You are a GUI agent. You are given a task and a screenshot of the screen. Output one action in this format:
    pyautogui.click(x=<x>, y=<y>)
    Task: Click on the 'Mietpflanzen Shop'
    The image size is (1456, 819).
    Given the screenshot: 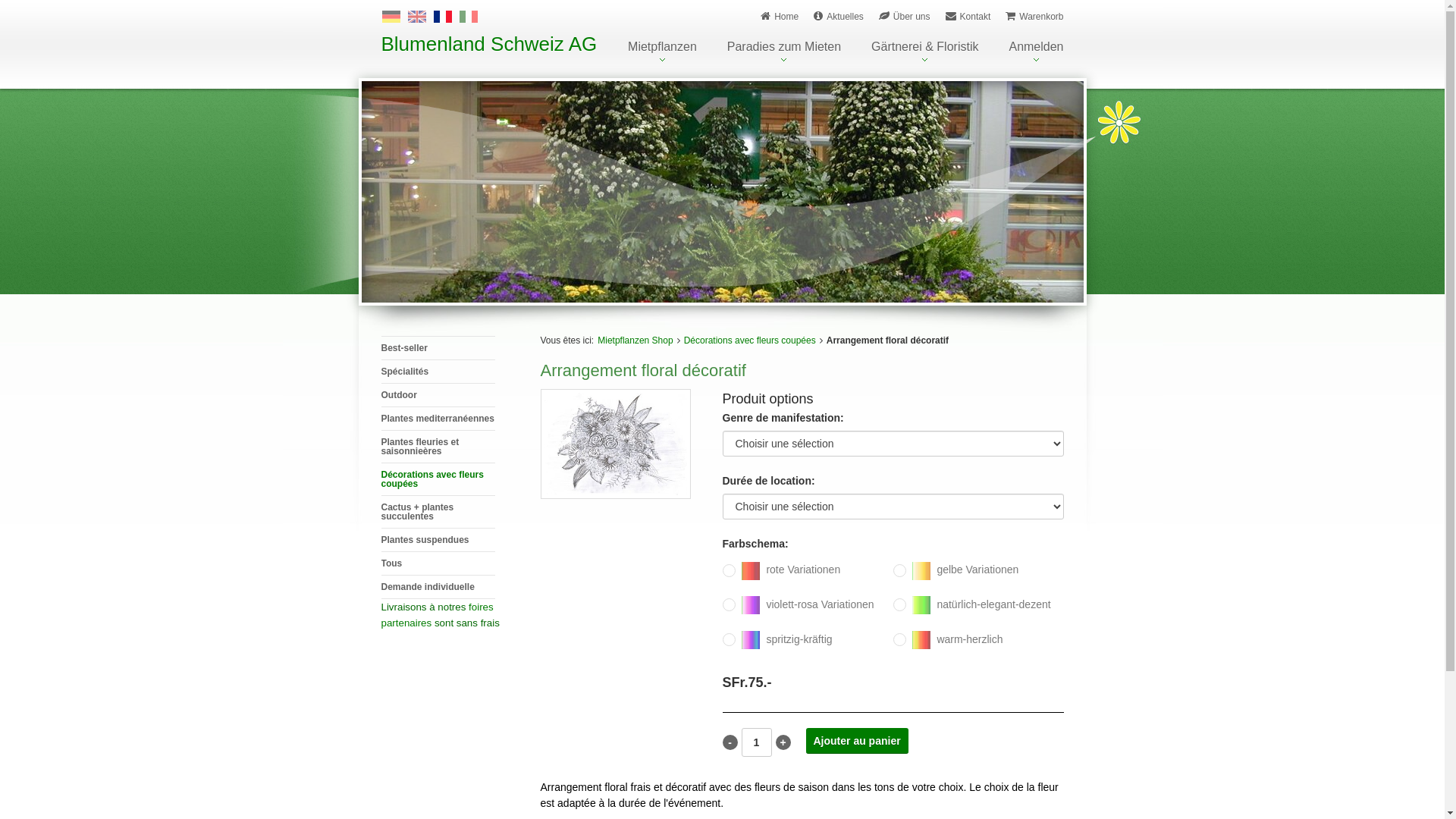 What is the action you would take?
    pyautogui.click(x=635, y=339)
    